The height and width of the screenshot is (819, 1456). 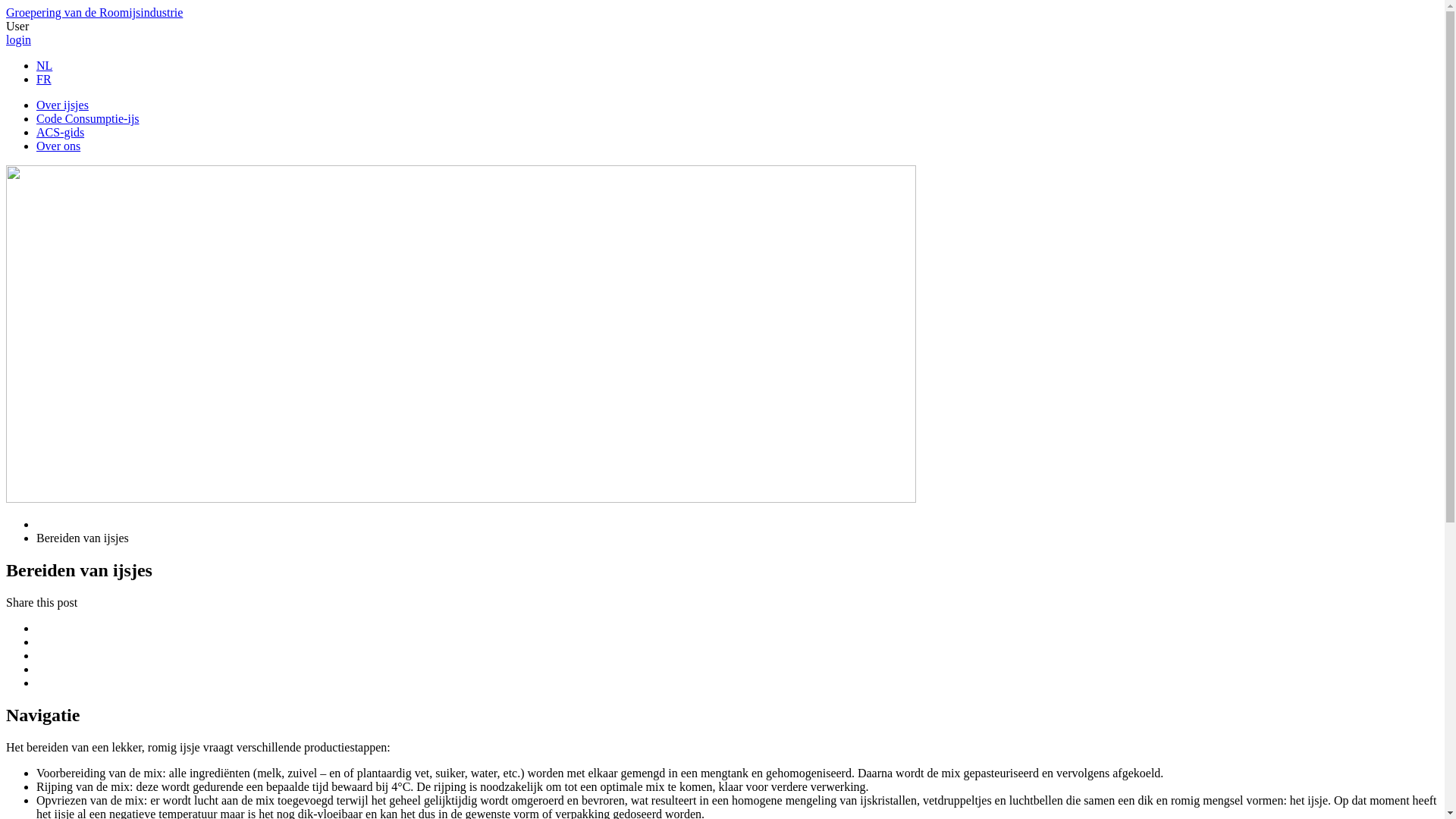 I want to click on 'FR', so click(x=36, y=79).